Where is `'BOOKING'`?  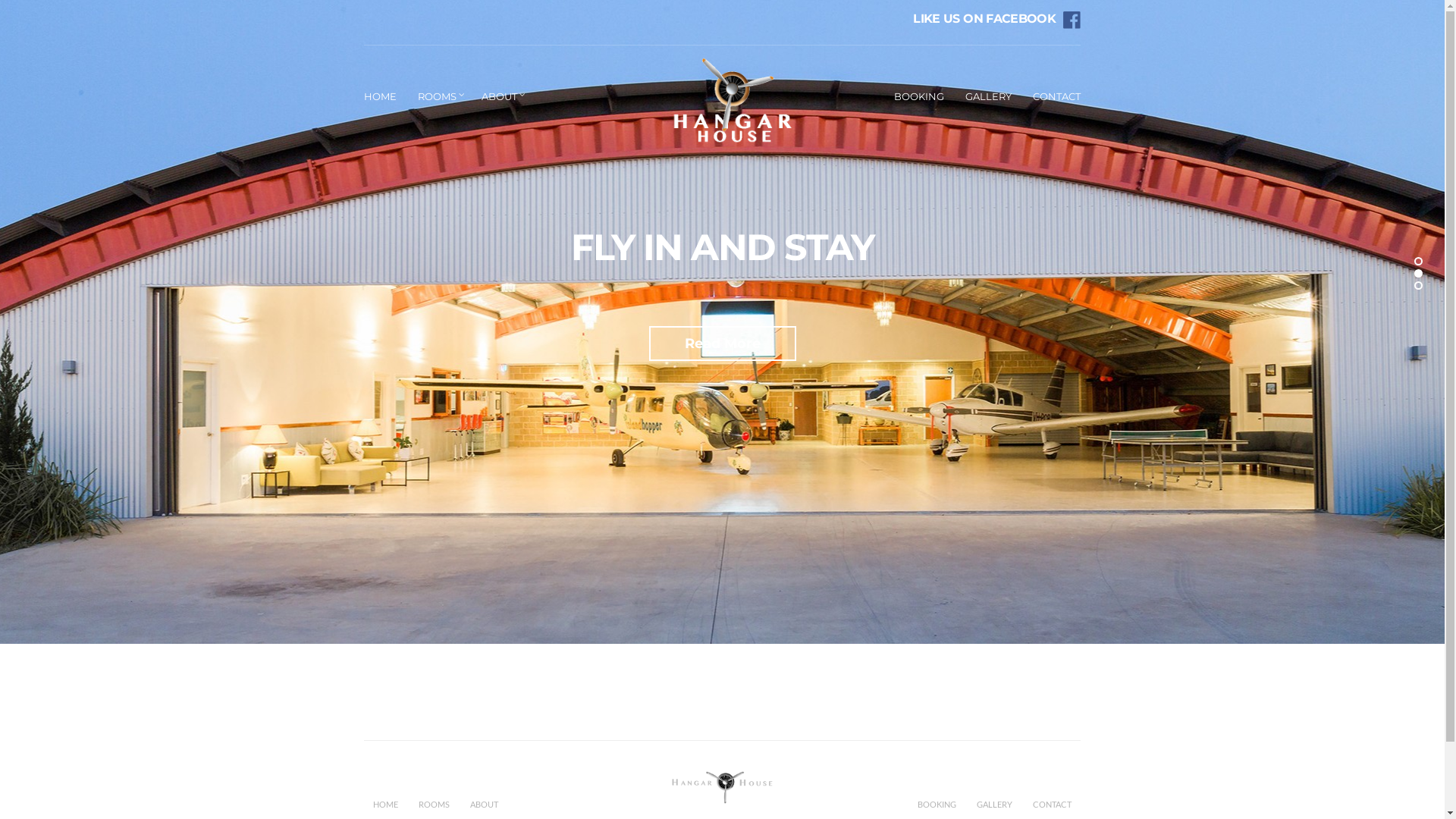 'BOOKING' is located at coordinates (936, 805).